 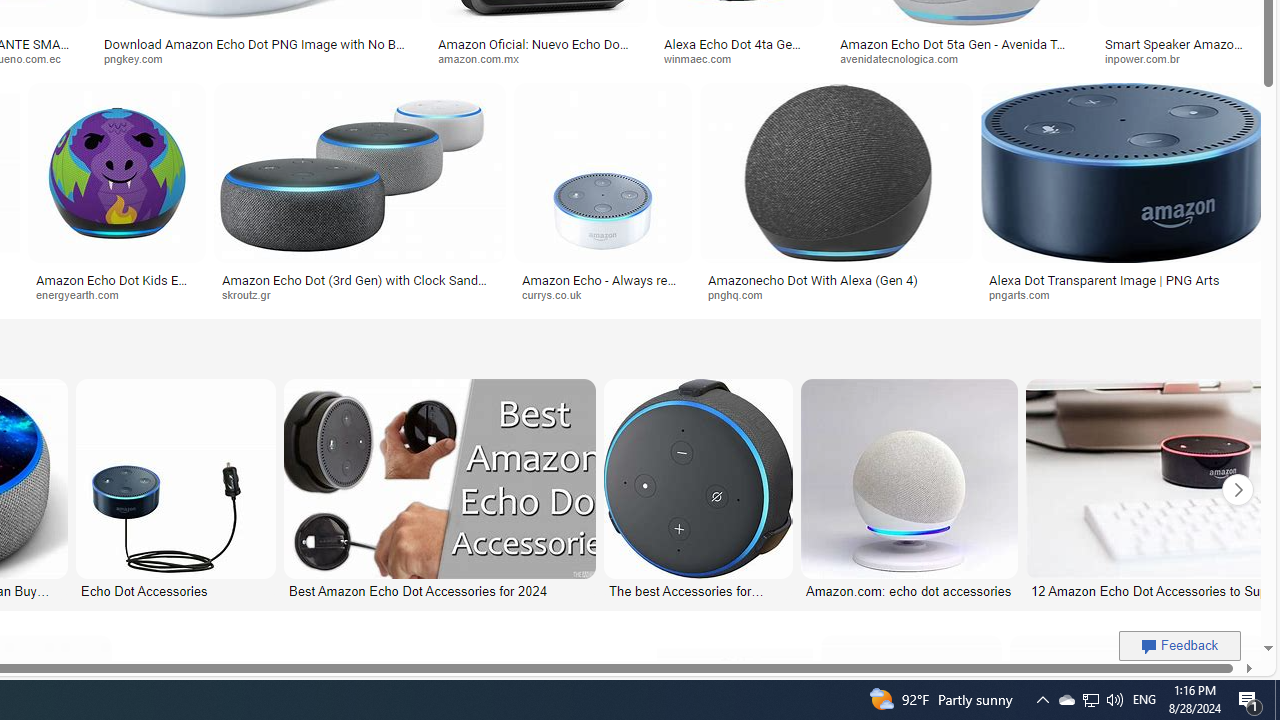 I want to click on 'Alexa Dot Transparent Image | PNG Artspngarts.comSave', so click(x=1123, y=196).